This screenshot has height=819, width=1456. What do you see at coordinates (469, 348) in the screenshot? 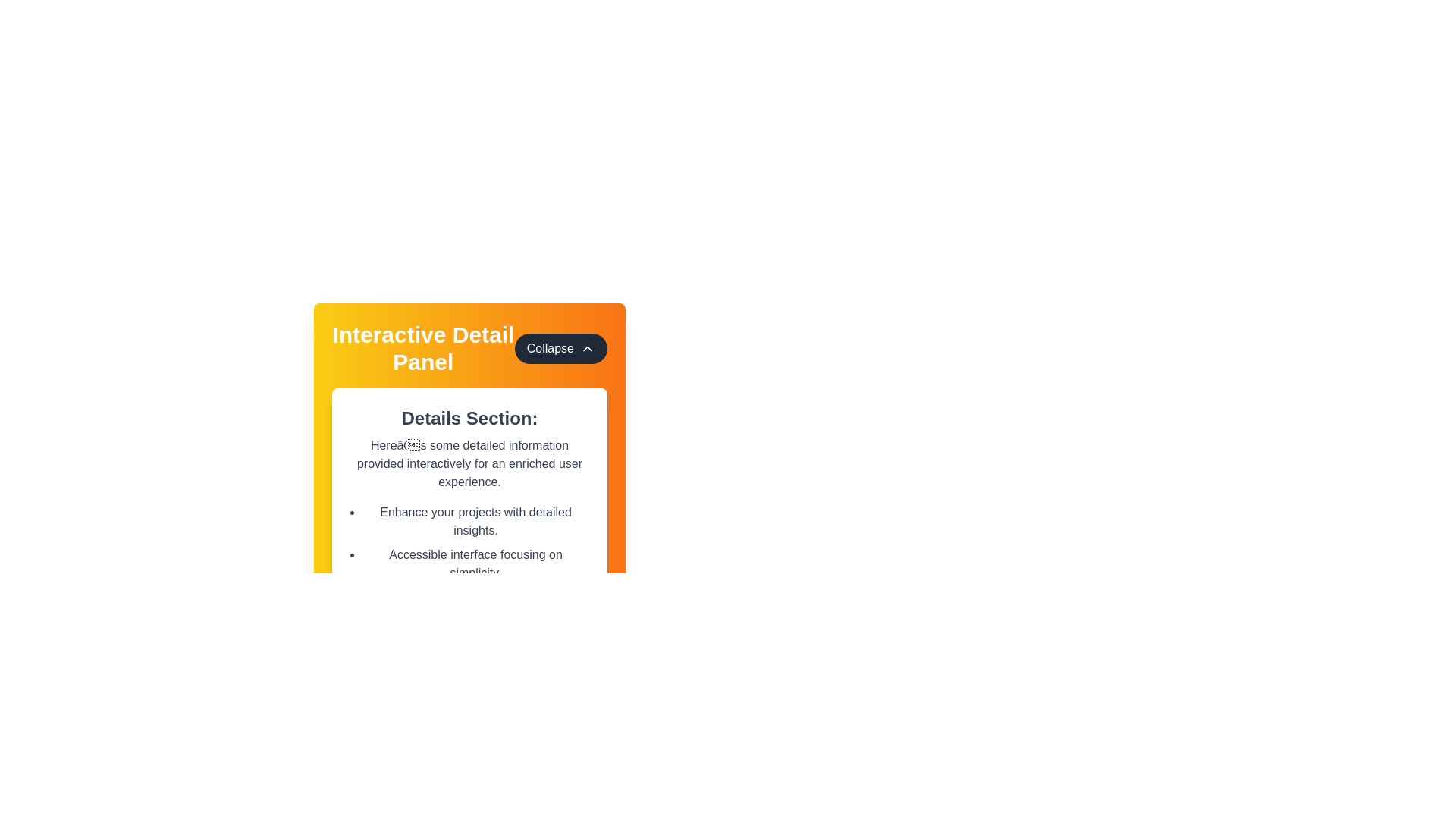
I see `title of the Composite Component (Header and Button) to understand the content of the interactive detail panel` at bounding box center [469, 348].